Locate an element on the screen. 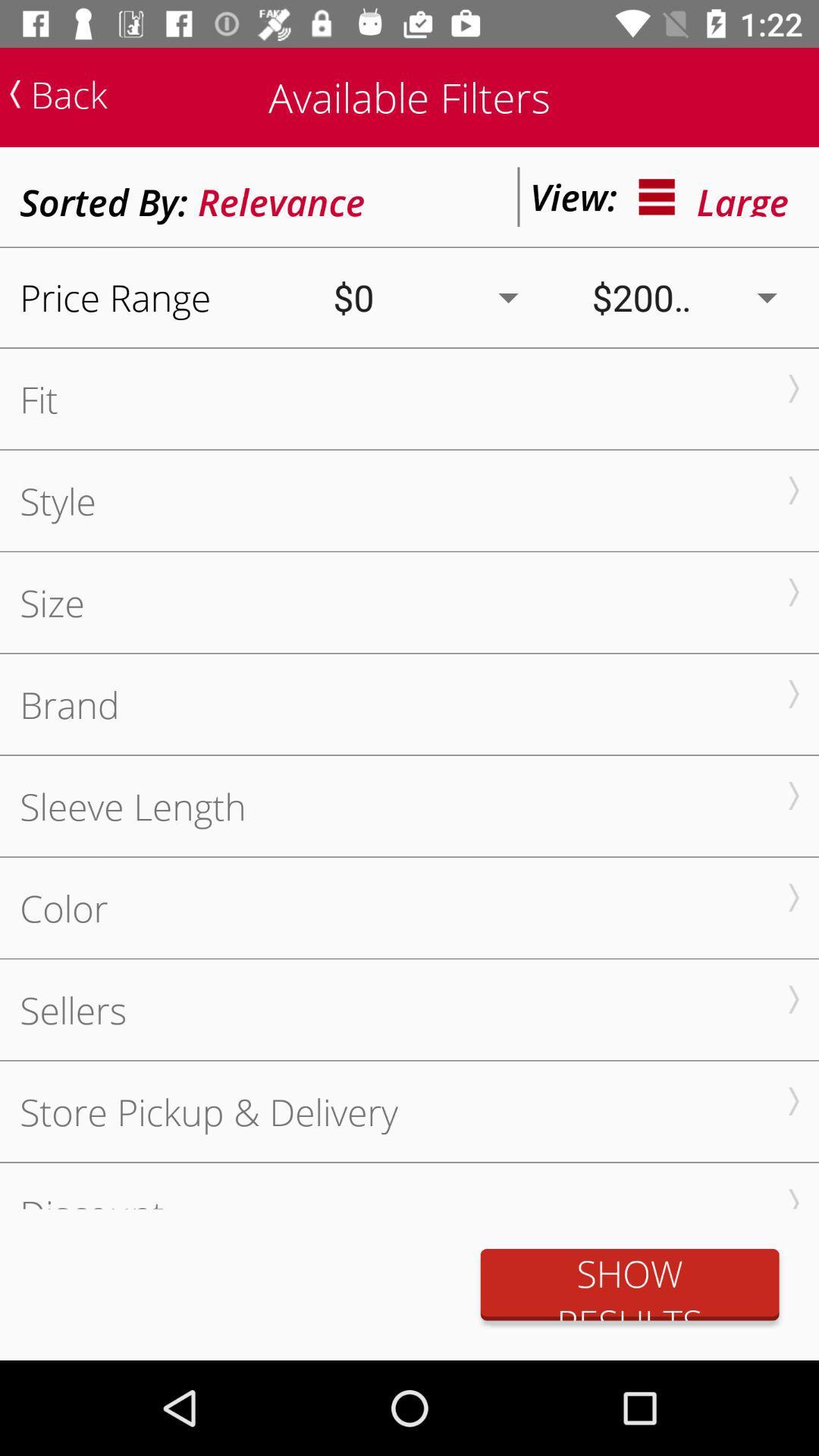 Image resolution: width=819 pixels, height=1456 pixels. relevance is located at coordinates (281, 196).